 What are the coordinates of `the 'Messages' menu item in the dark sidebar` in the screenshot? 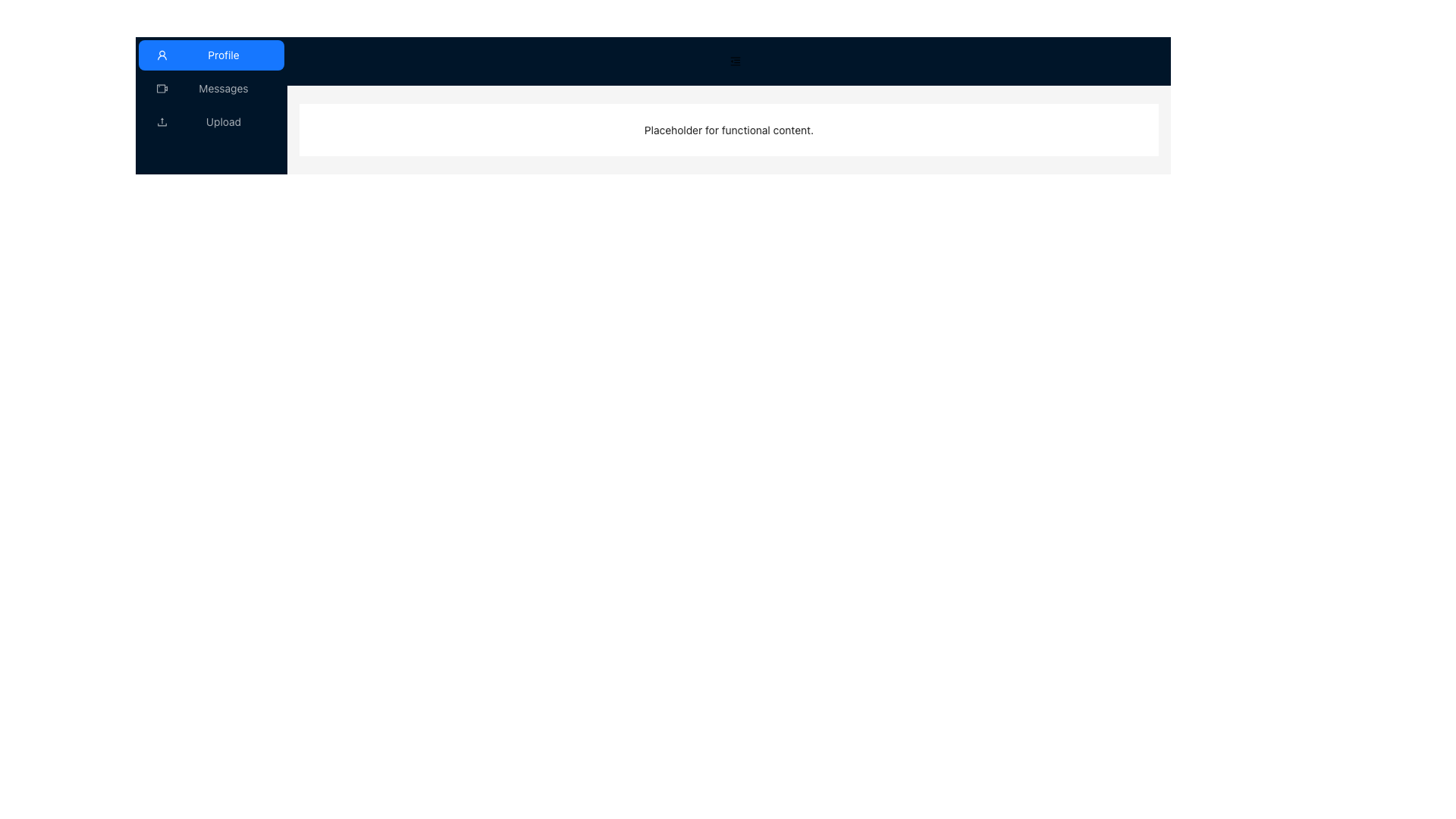 It's located at (210, 88).